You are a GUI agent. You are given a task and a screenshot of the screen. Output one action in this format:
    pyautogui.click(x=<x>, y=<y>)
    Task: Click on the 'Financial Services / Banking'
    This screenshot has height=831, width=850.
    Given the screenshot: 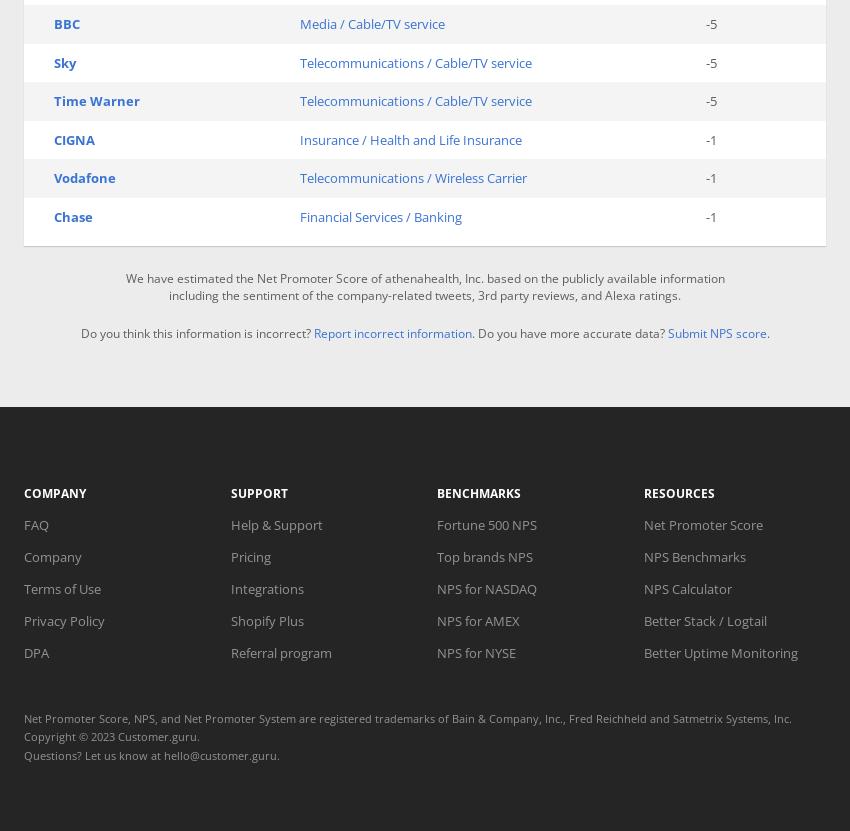 What is the action you would take?
    pyautogui.click(x=379, y=215)
    